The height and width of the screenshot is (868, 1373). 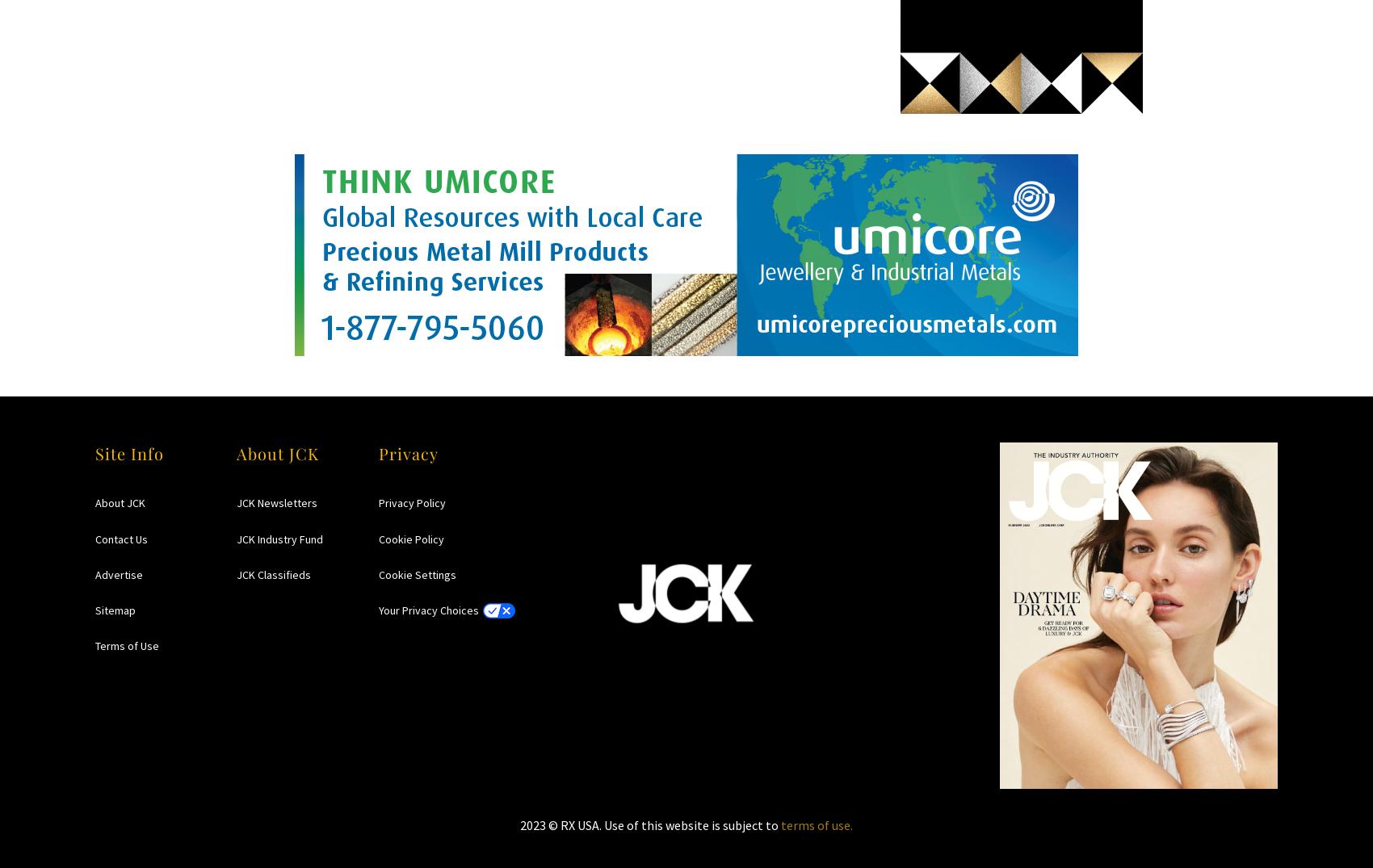 What do you see at coordinates (276, 501) in the screenshot?
I see `'JCK Newsletters'` at bounding box center [276, 501].